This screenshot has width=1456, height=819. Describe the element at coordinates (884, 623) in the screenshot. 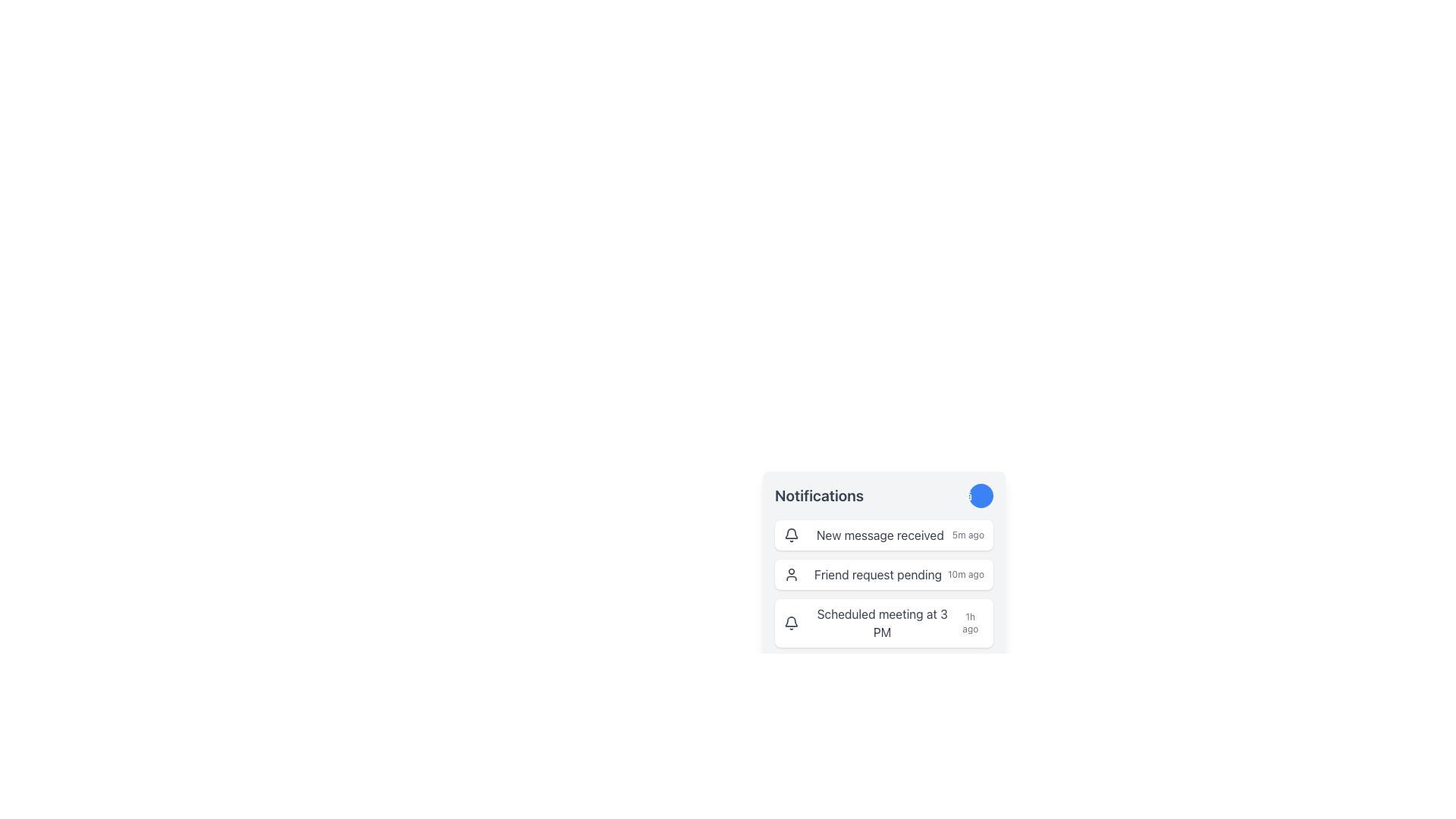

I see `third notification card that displays 'Scheduled meeting at 3 PM' and '1h ago' by clicking on its center point` at that location.